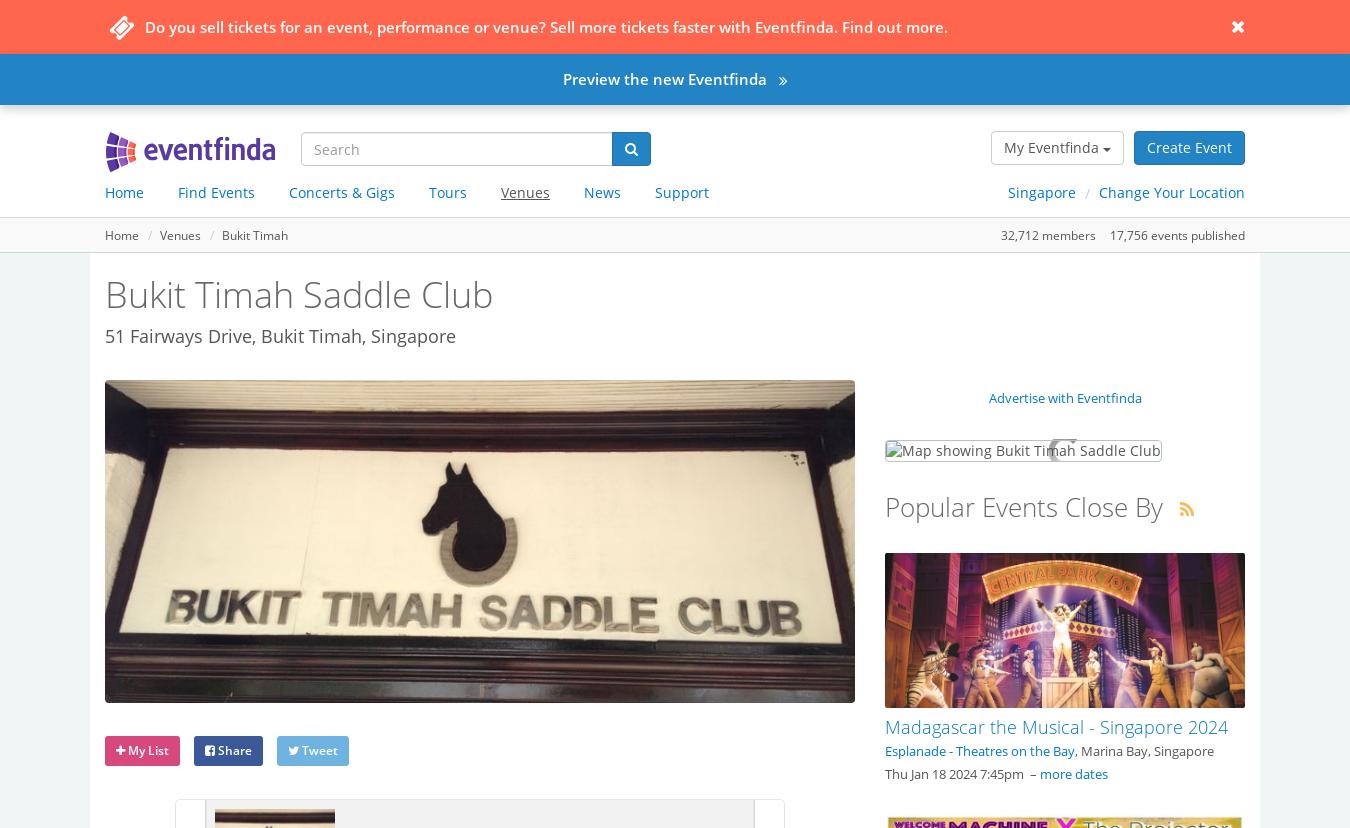 This screenshot has width=1350, height=828. What do you see at coordinates (1040, 773) in the screenshot?
I see `'more dates'` at bounding box center [1040, 773].